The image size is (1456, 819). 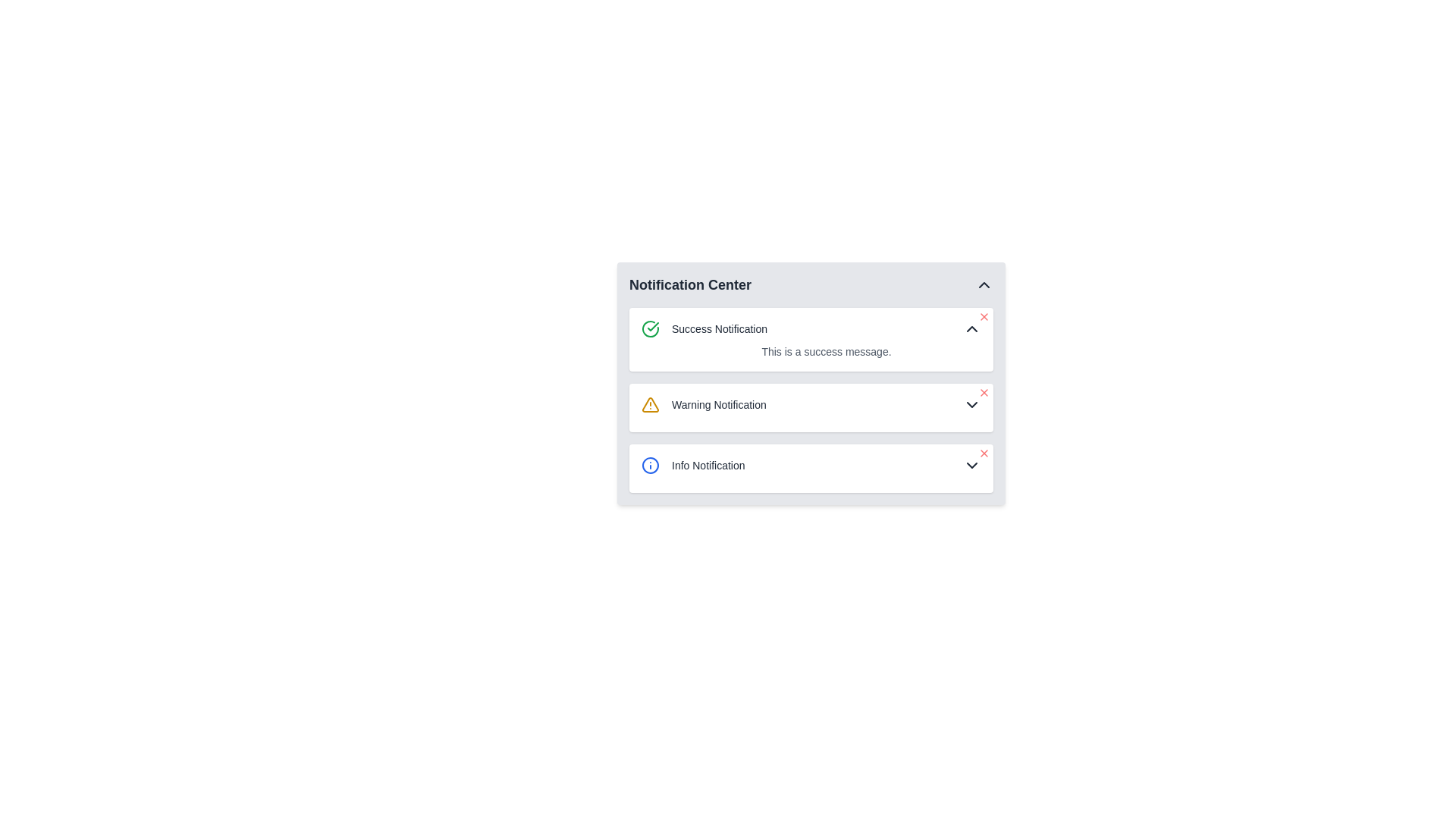 I want to click on the small red 'X' button located in the top-right corner of the 'Success Notification' box, so click(x=984, y=315).